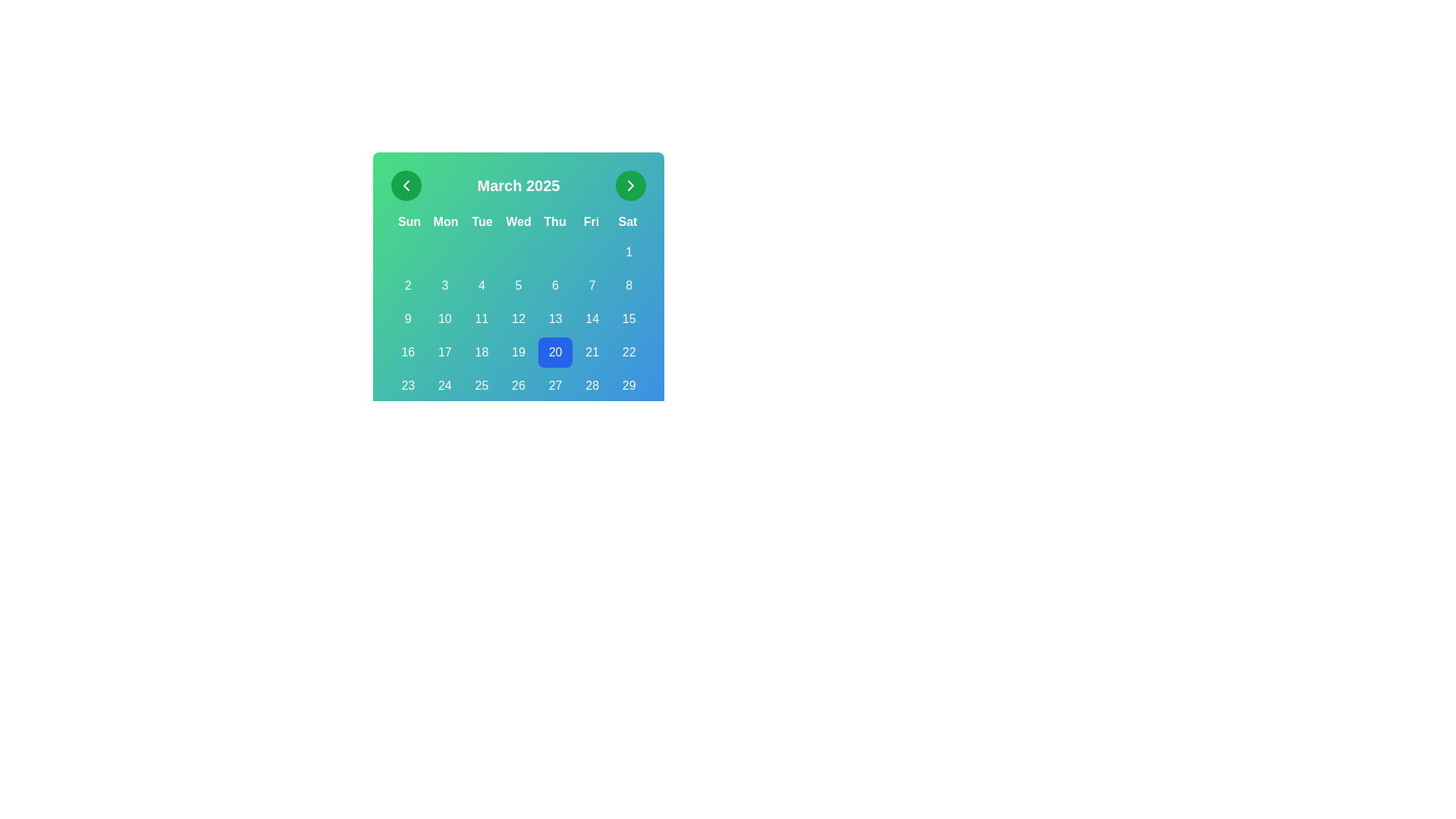 The height and width of the screenshot is (819, 1456). Describe the element at coordinates (481, 318) in the screenshot. I see `the button representing the day '11' in the calendar interface` at that location.